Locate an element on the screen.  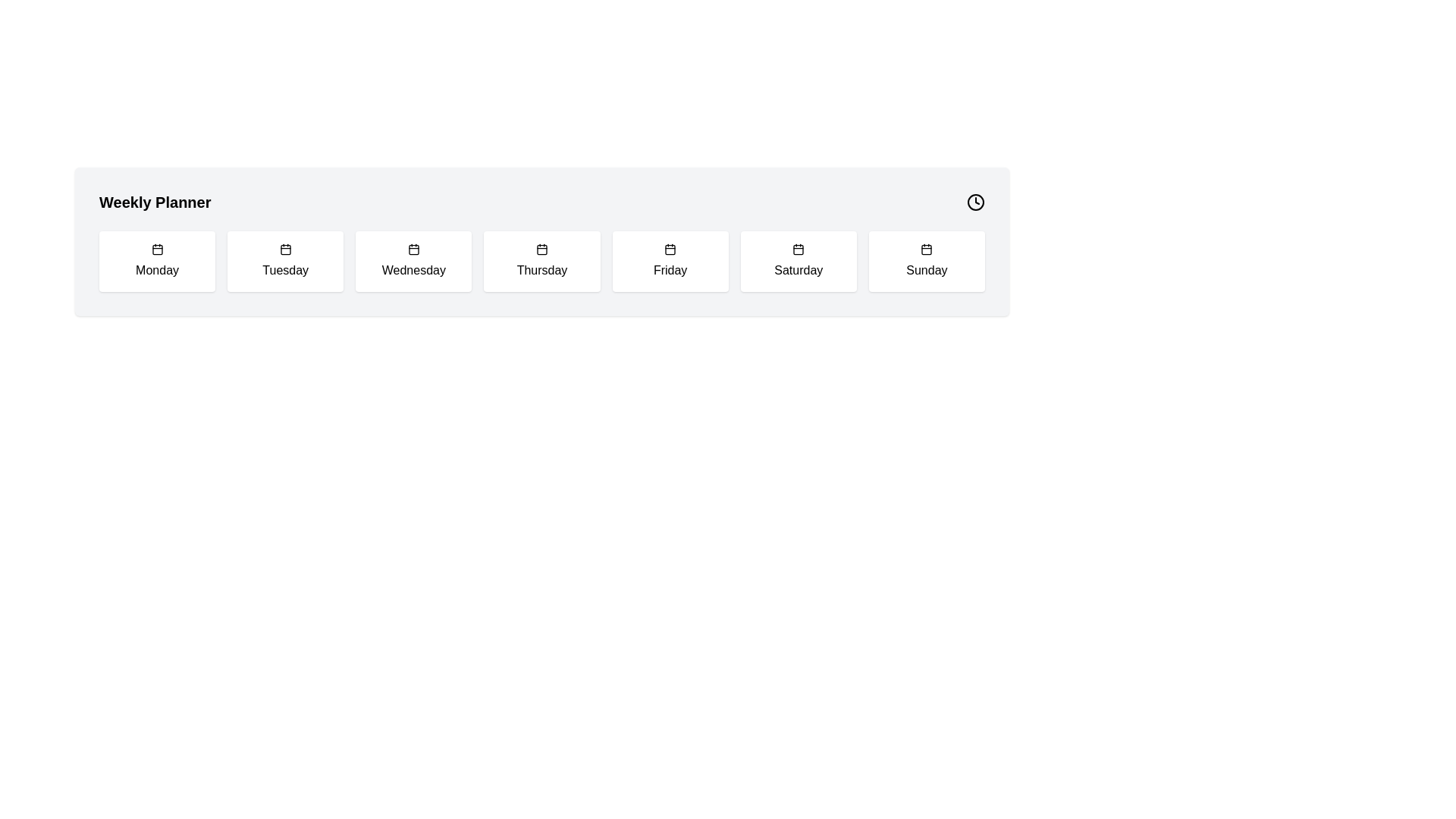
the small round clock icon with hour and minute hands located in the top-right corner next to the title text 'Weekly Planner' is located at coordinates (975, 201).